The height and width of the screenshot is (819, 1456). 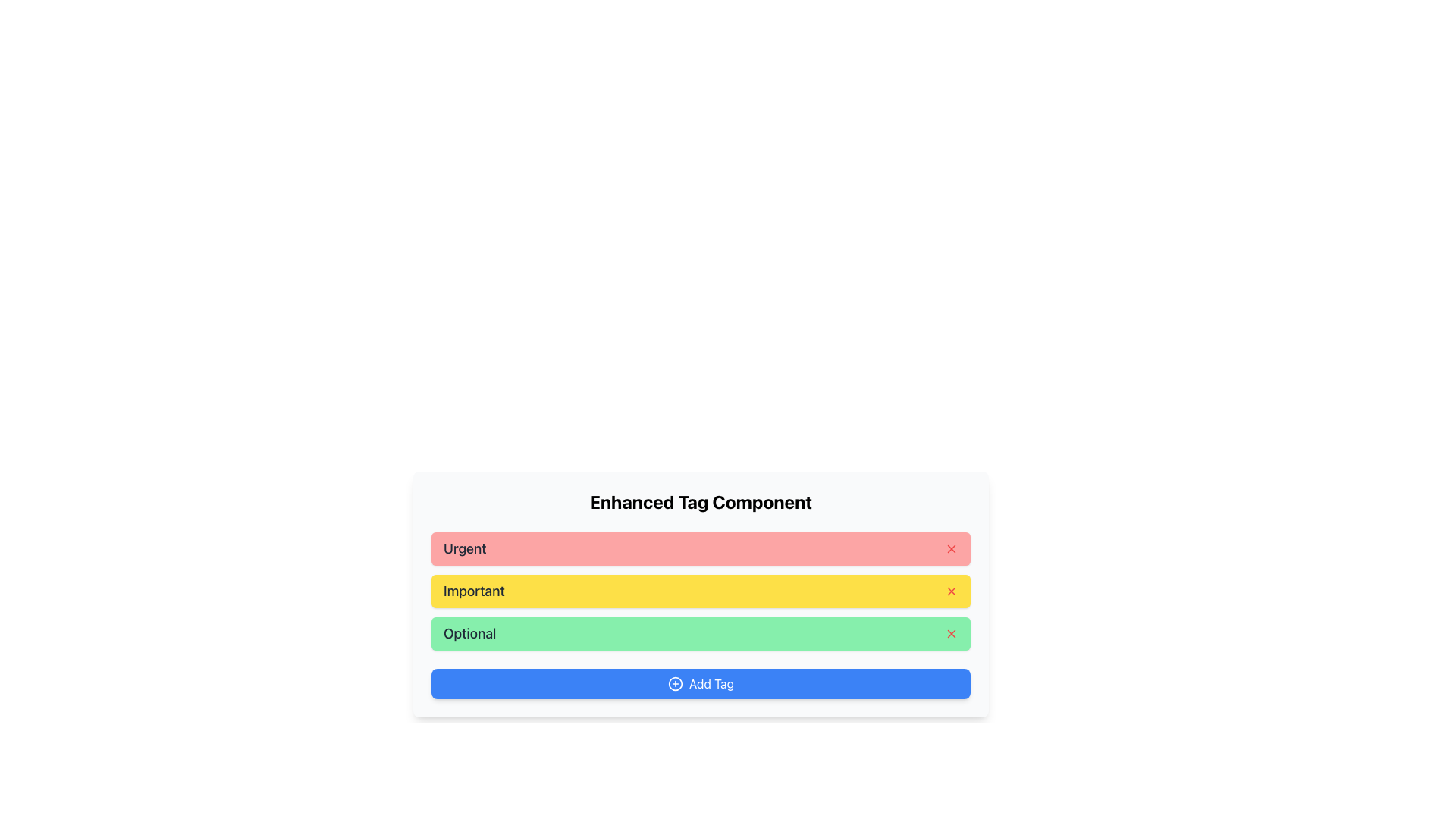 I want to click on the 'Add Tag' button by clicking on the circular outline of the plus symbol to add a tag, so click(x=674, y=684).